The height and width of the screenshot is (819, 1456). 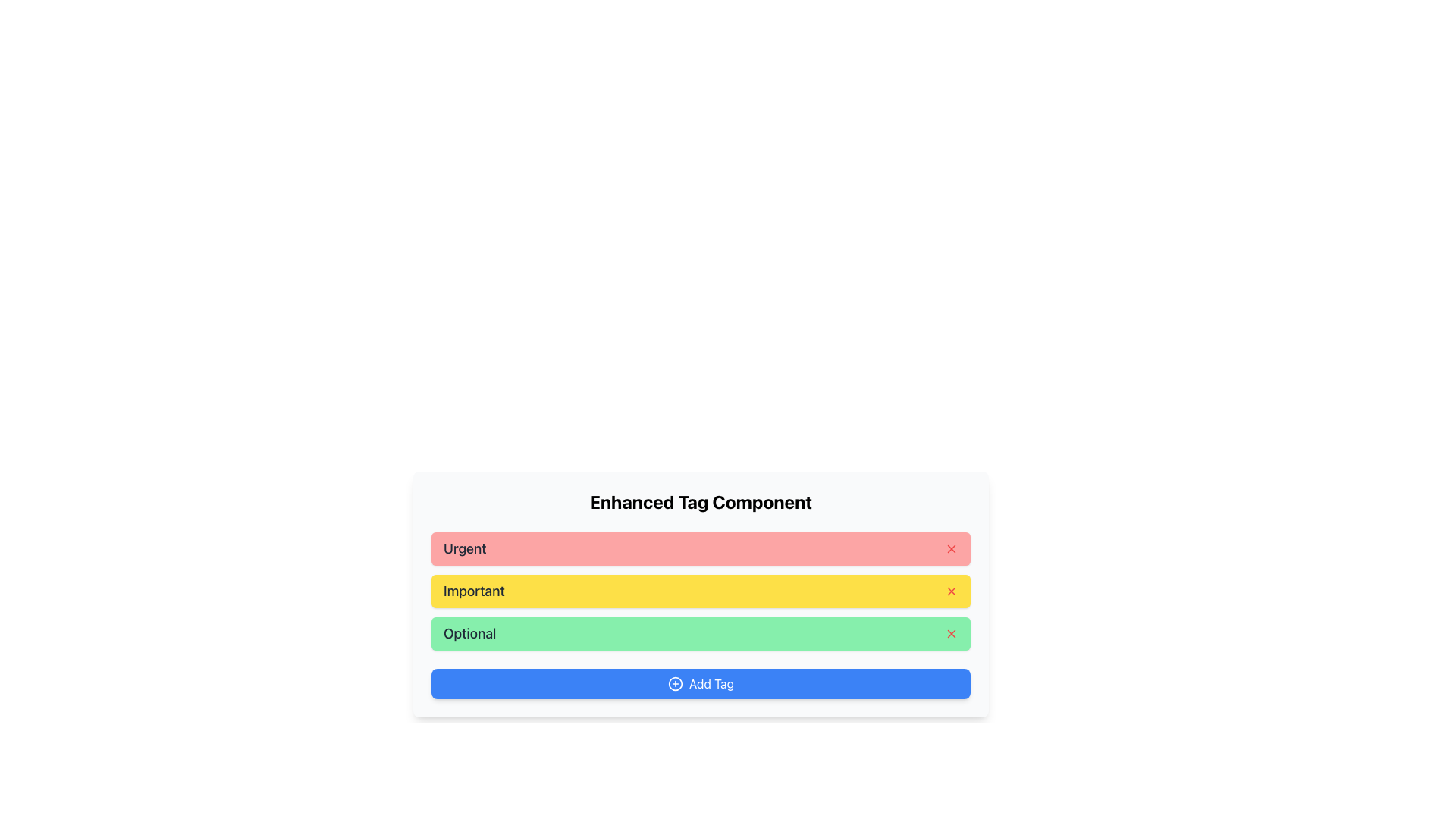 I want to click on the 'Add Tag' button by clicking on the circular outline of the plus symbol to add a tag, so click(x=674, y=684).